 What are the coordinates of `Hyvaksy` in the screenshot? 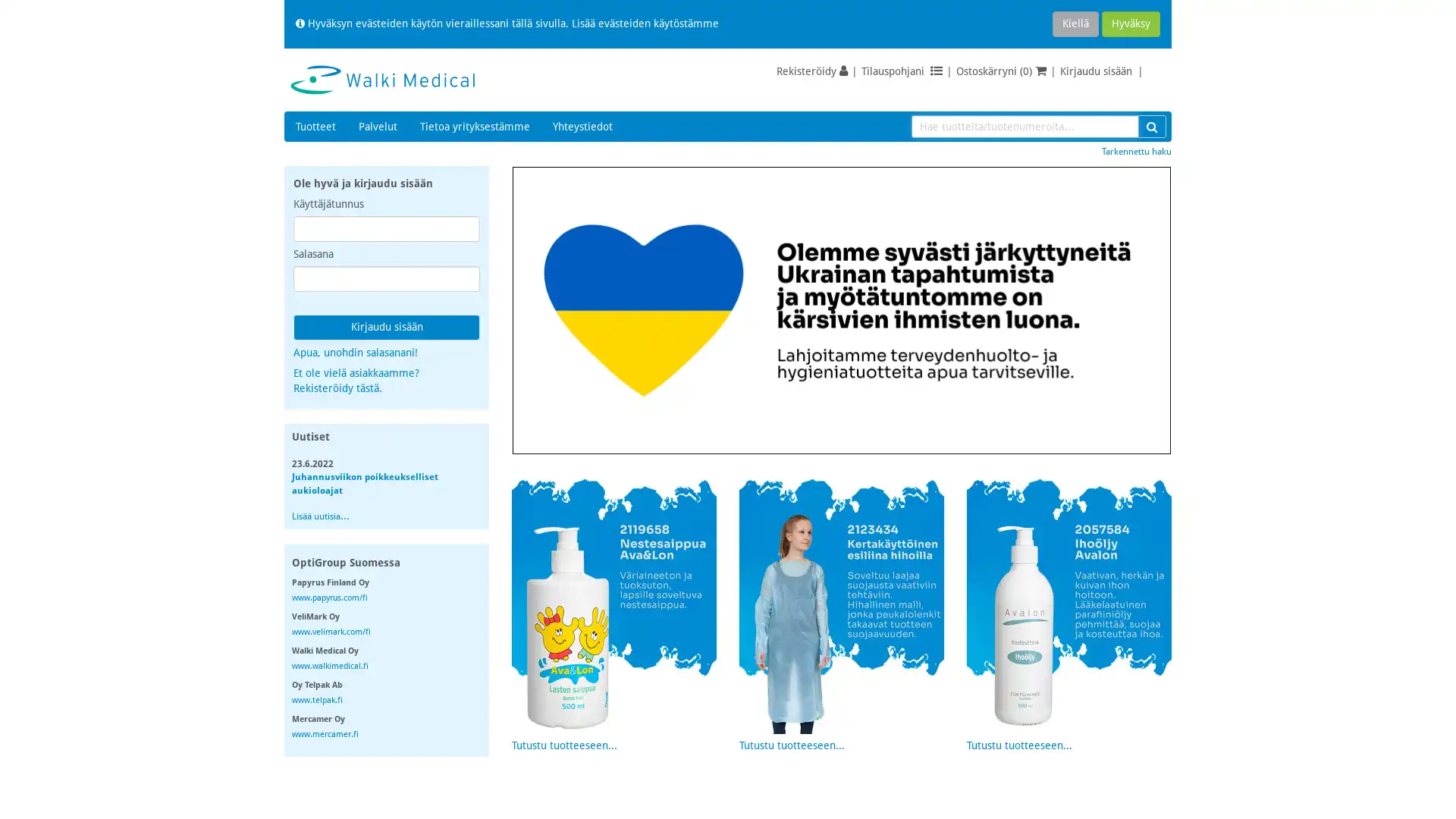 It's located at (1131, 24).